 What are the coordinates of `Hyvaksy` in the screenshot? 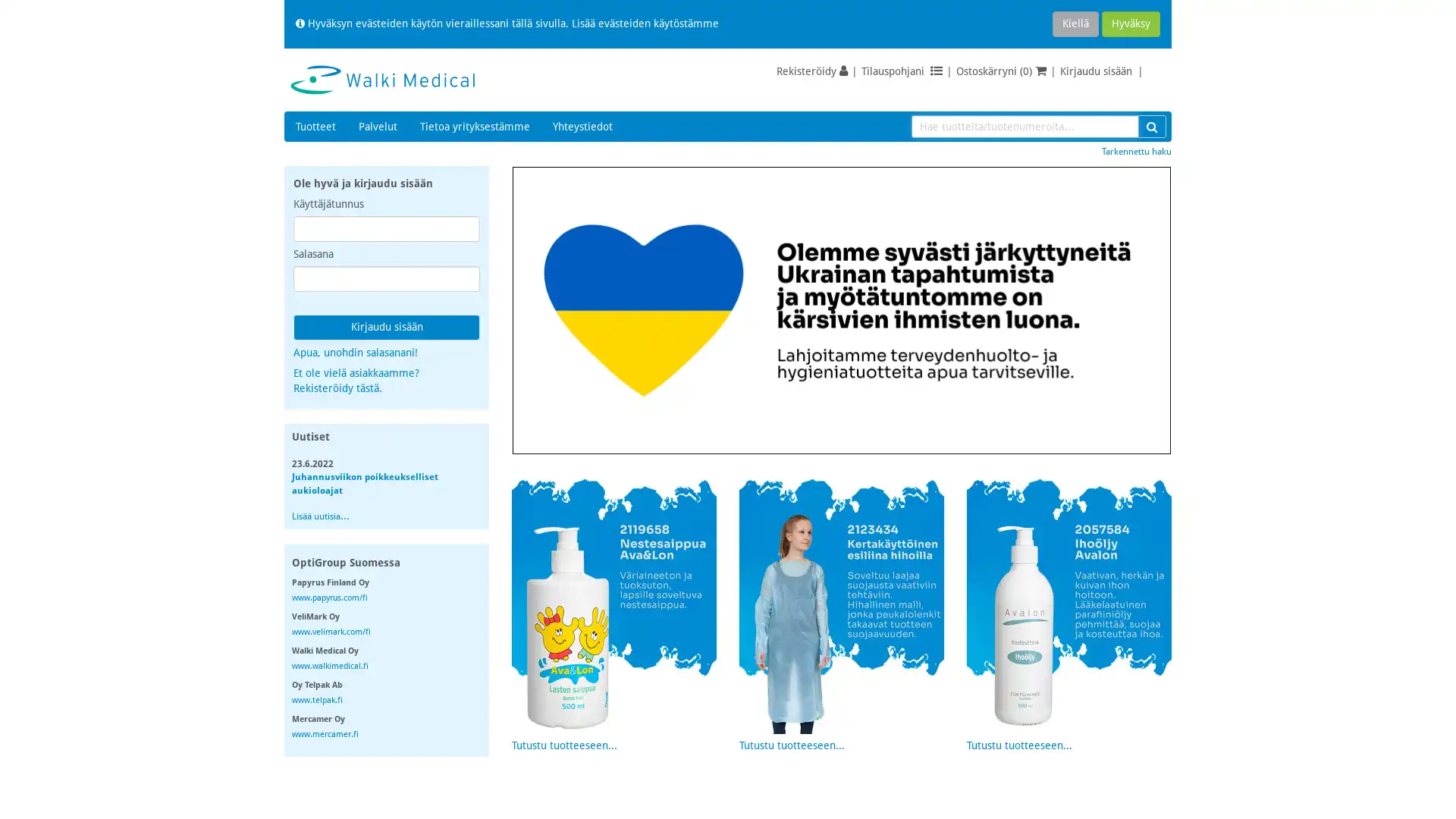 It's located at (1131, 24).